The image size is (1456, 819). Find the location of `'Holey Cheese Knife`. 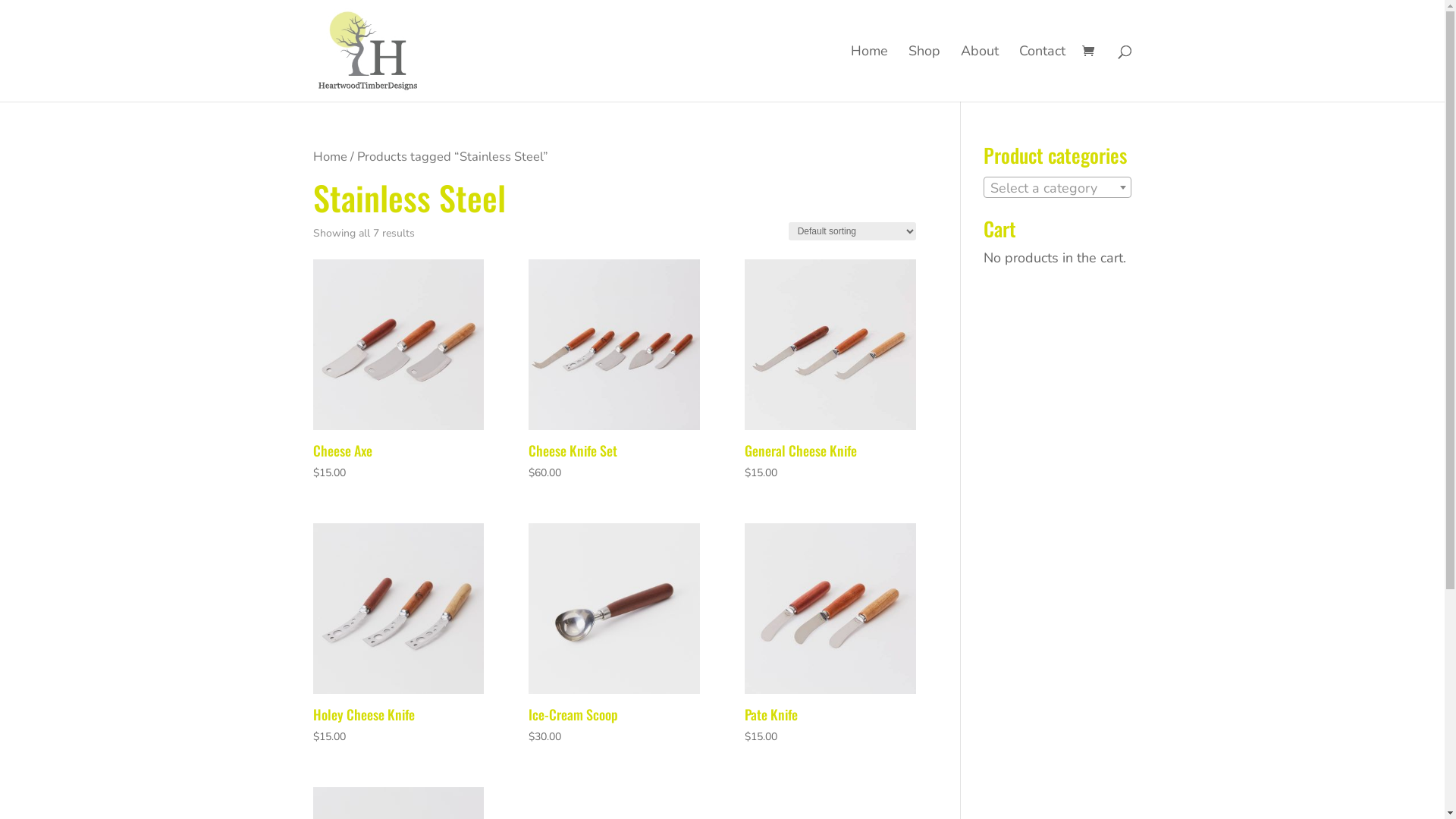

'Holey Cheese Knife is located at coordinates (397, 635).